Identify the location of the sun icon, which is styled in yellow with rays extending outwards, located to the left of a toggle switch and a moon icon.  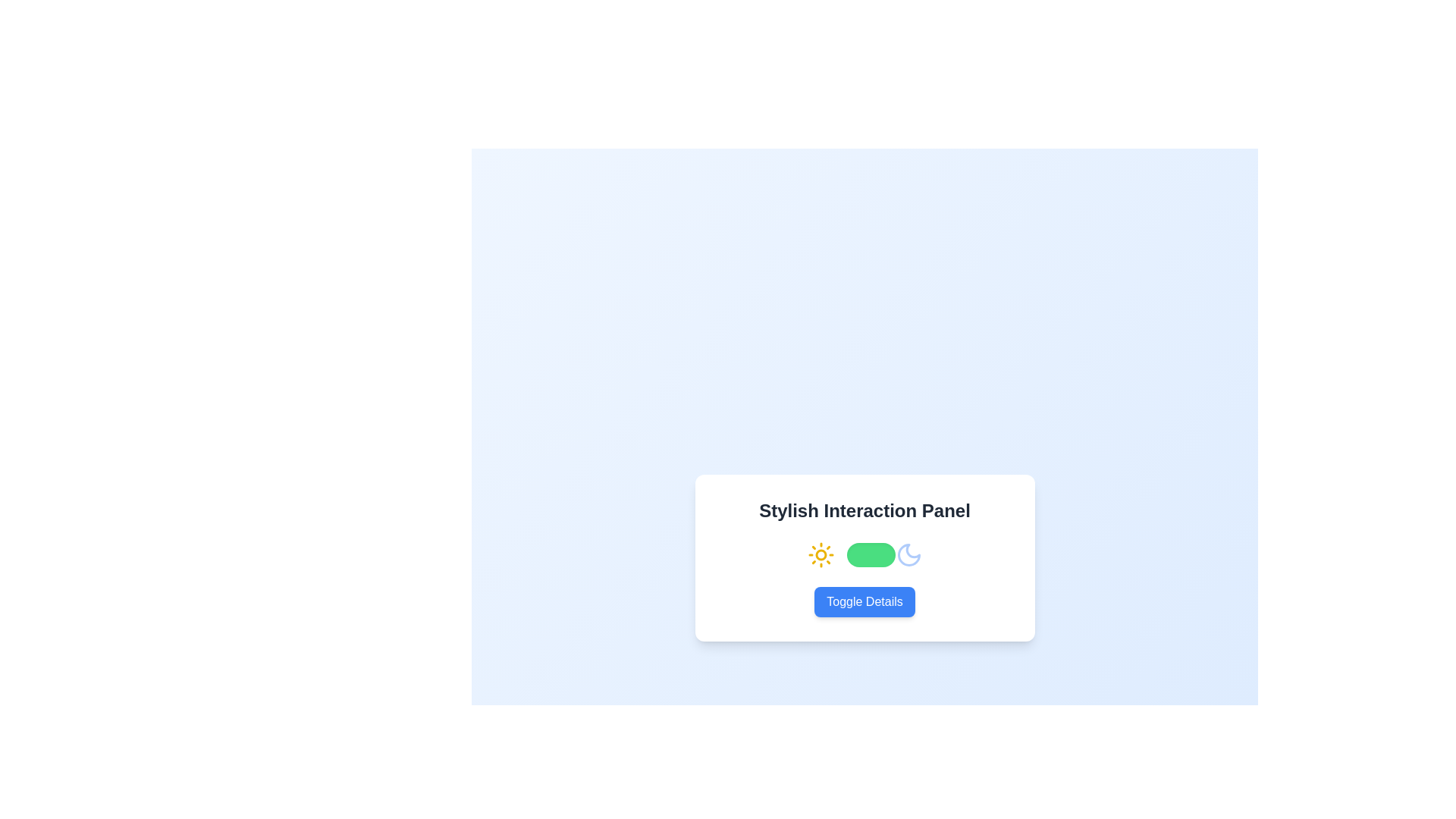
(820, 555).